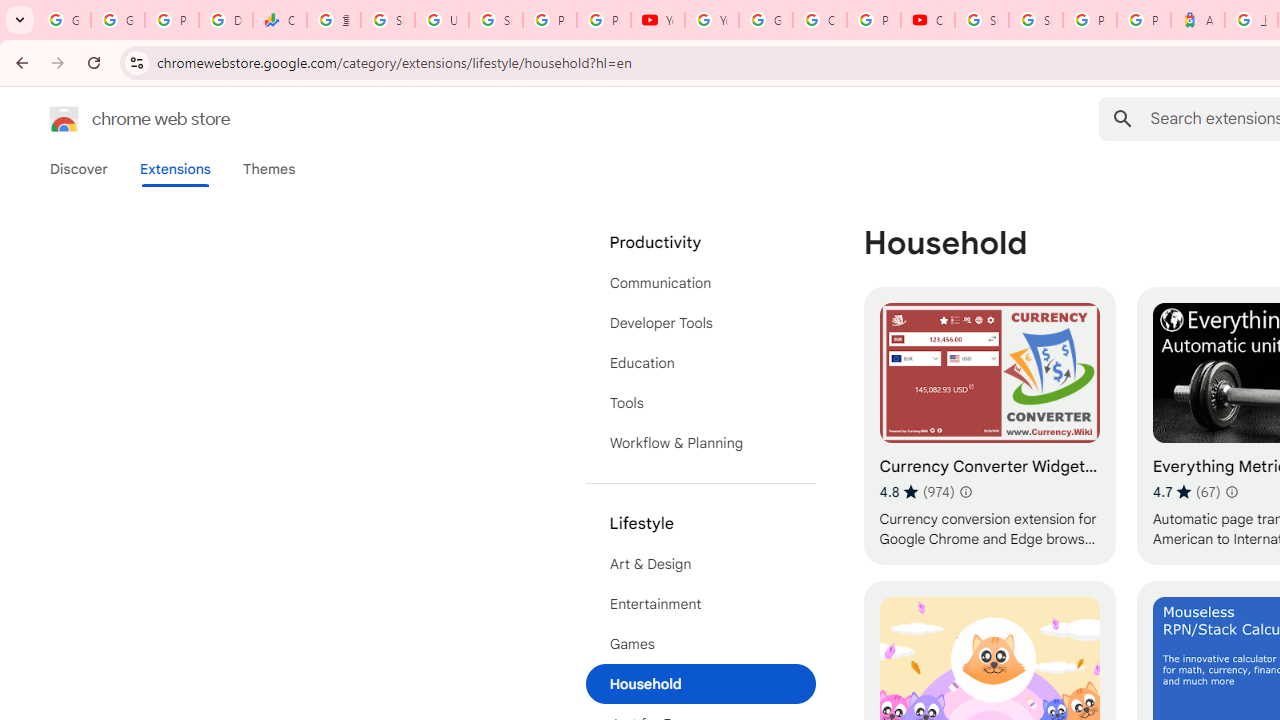  I want to click on 'Developer Tools', so click(700, 321).